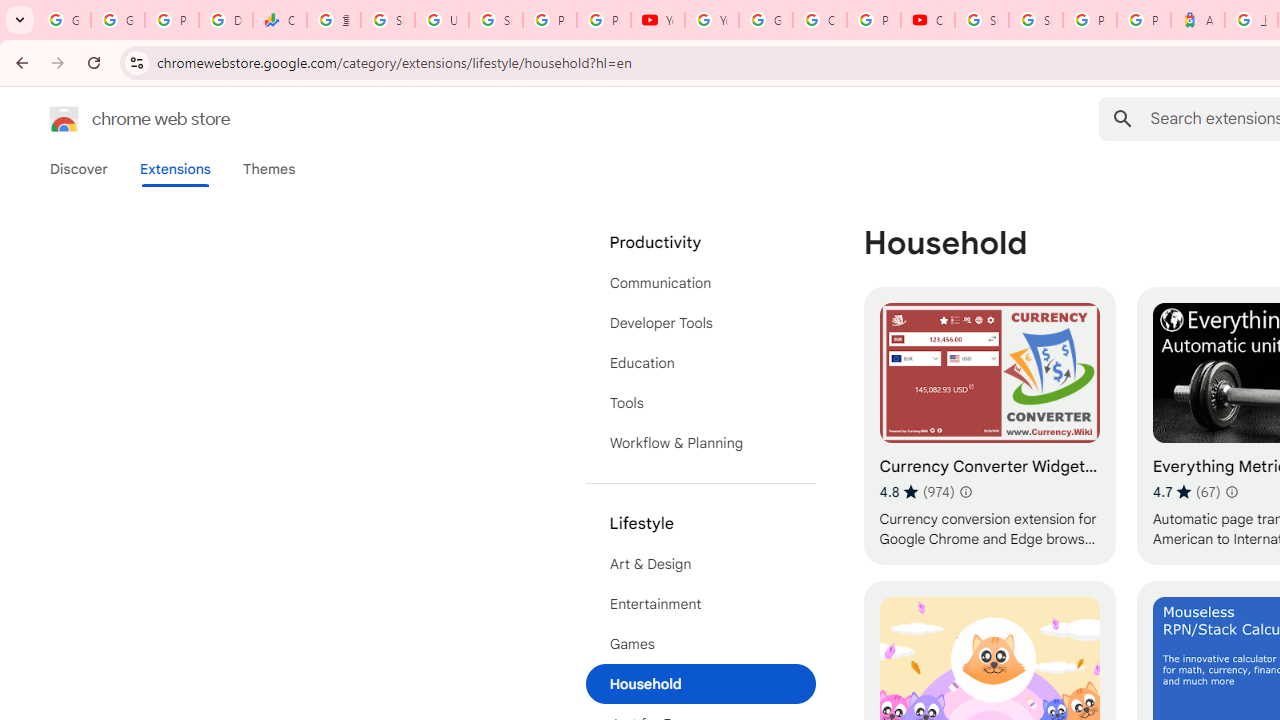  I want to click on 'Developer Tools', so click(700, 321).